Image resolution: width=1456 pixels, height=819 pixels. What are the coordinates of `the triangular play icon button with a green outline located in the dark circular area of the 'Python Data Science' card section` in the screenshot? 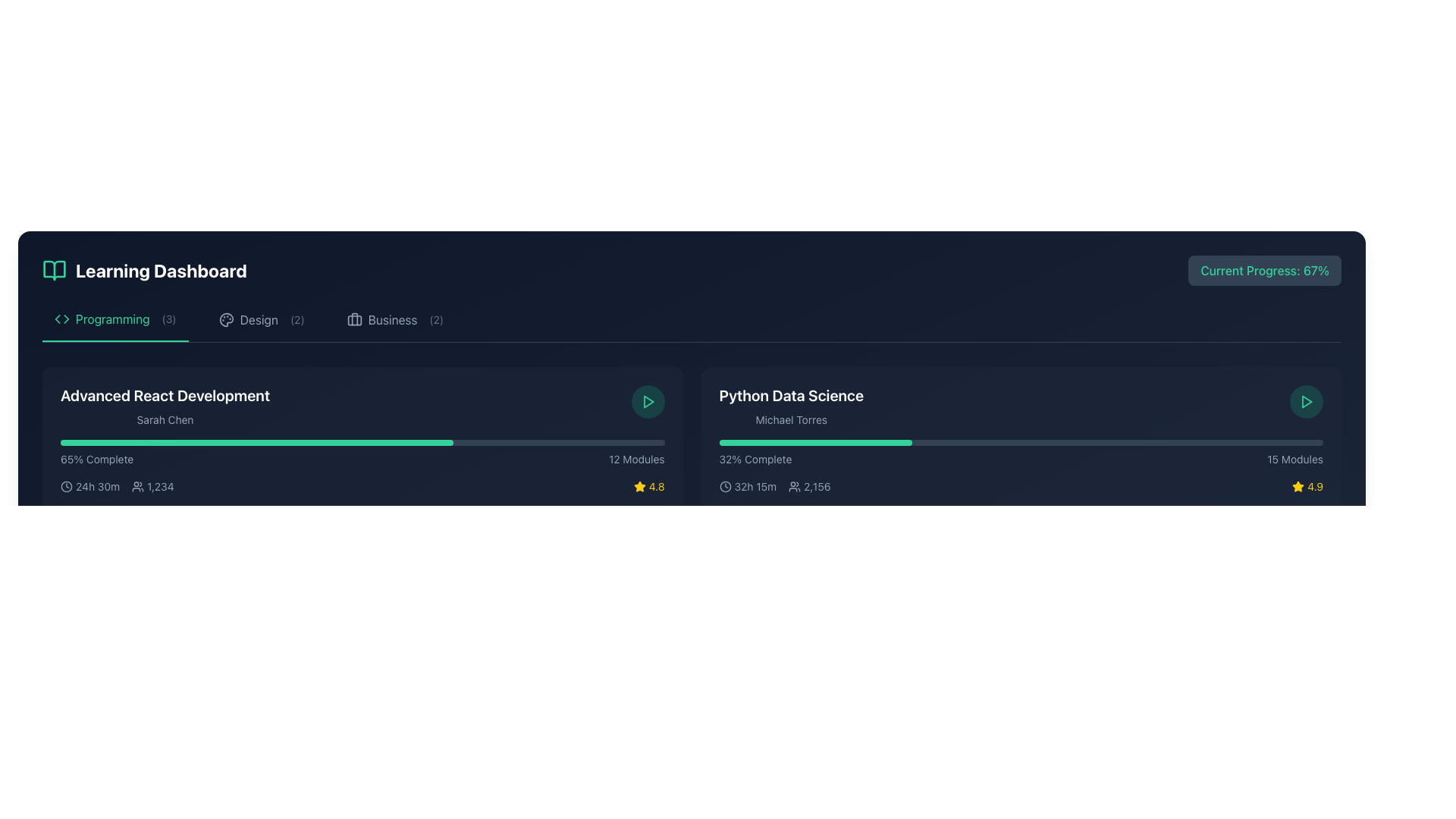 It's located at (648, 400).